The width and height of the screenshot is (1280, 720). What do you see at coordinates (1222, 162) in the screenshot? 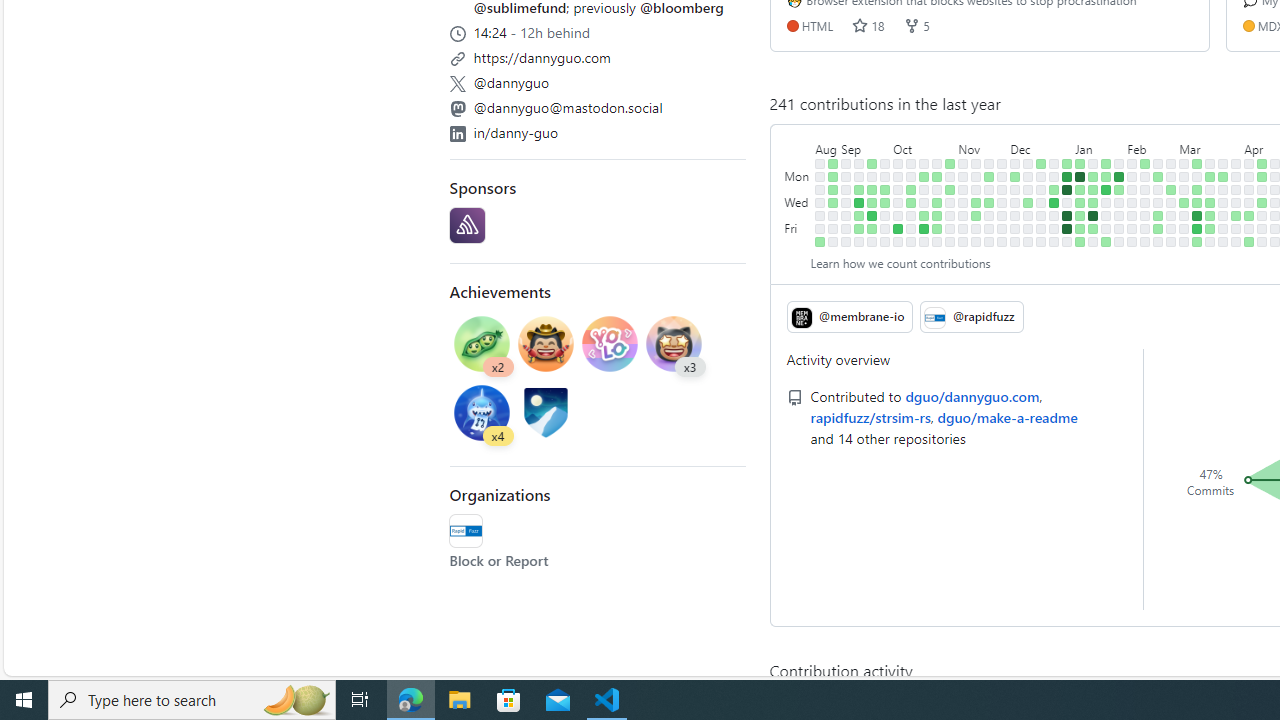
I see `'No contributions on March 24th.'` at bounding box center [1222, 162].